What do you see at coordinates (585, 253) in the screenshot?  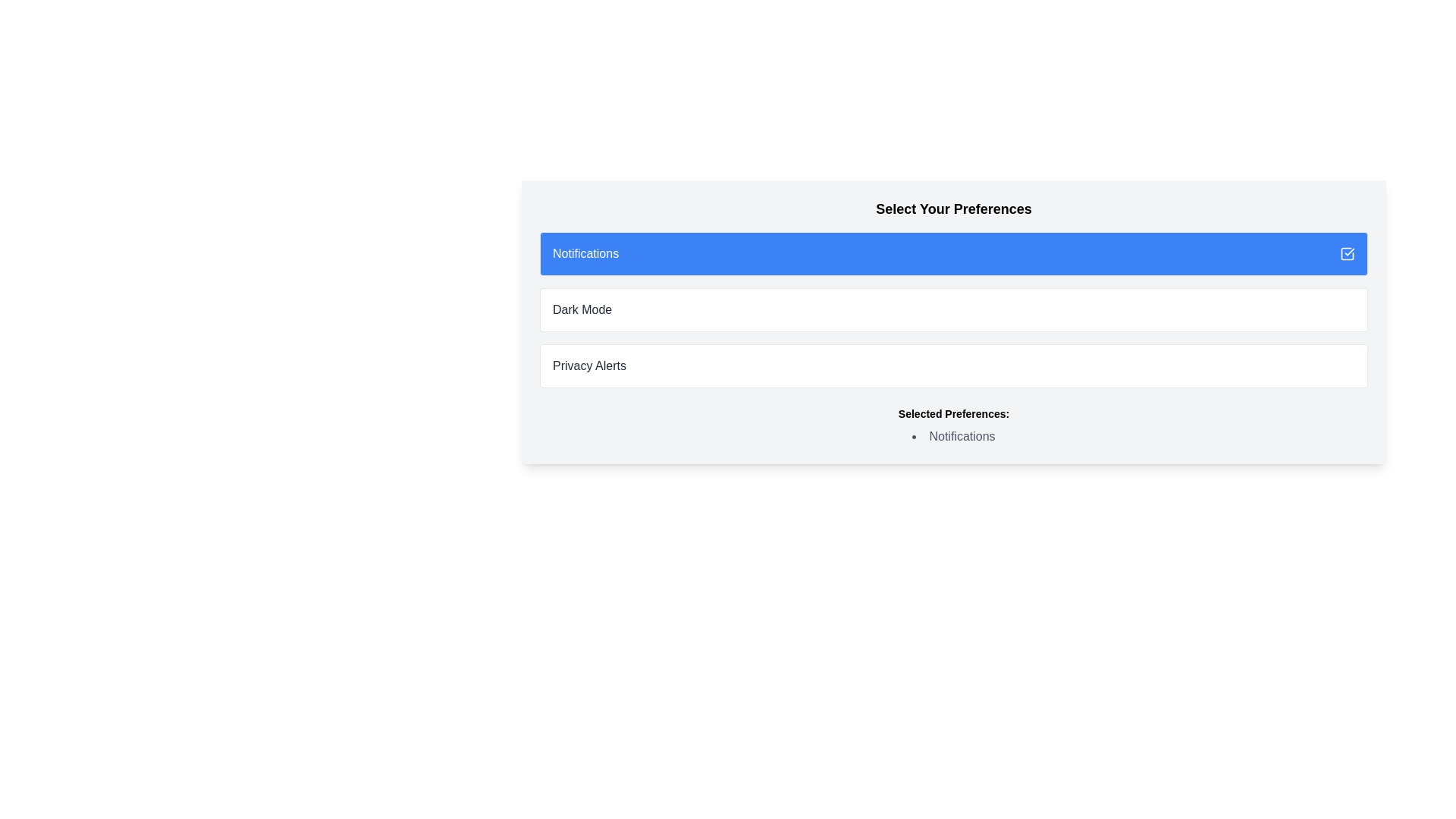 I see `the 'Notifications' text label` at bounding box center [585, 253].